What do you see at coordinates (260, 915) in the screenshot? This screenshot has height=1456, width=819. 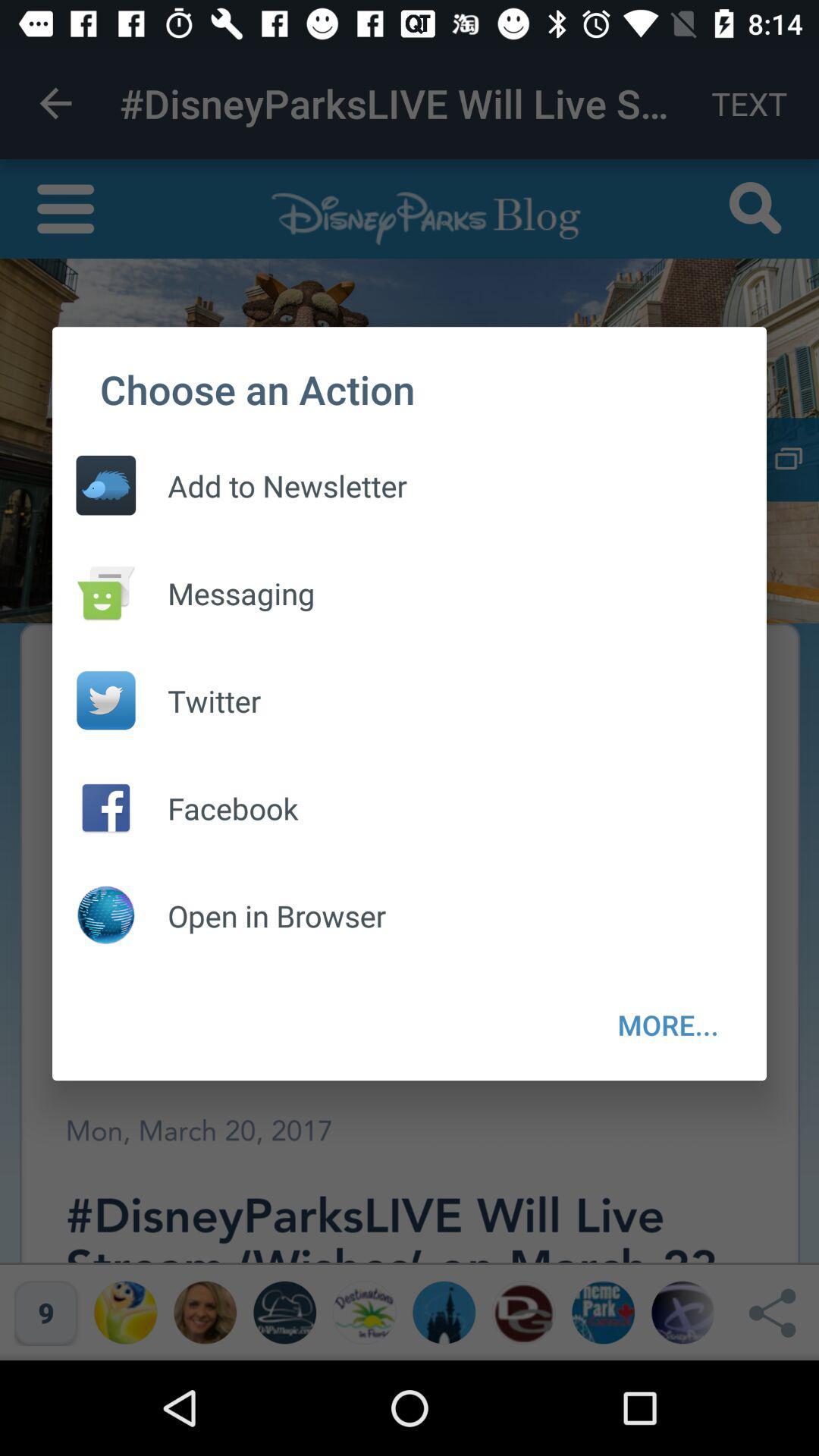 I see `the open in browser icon` at bounding box center [260, 915].